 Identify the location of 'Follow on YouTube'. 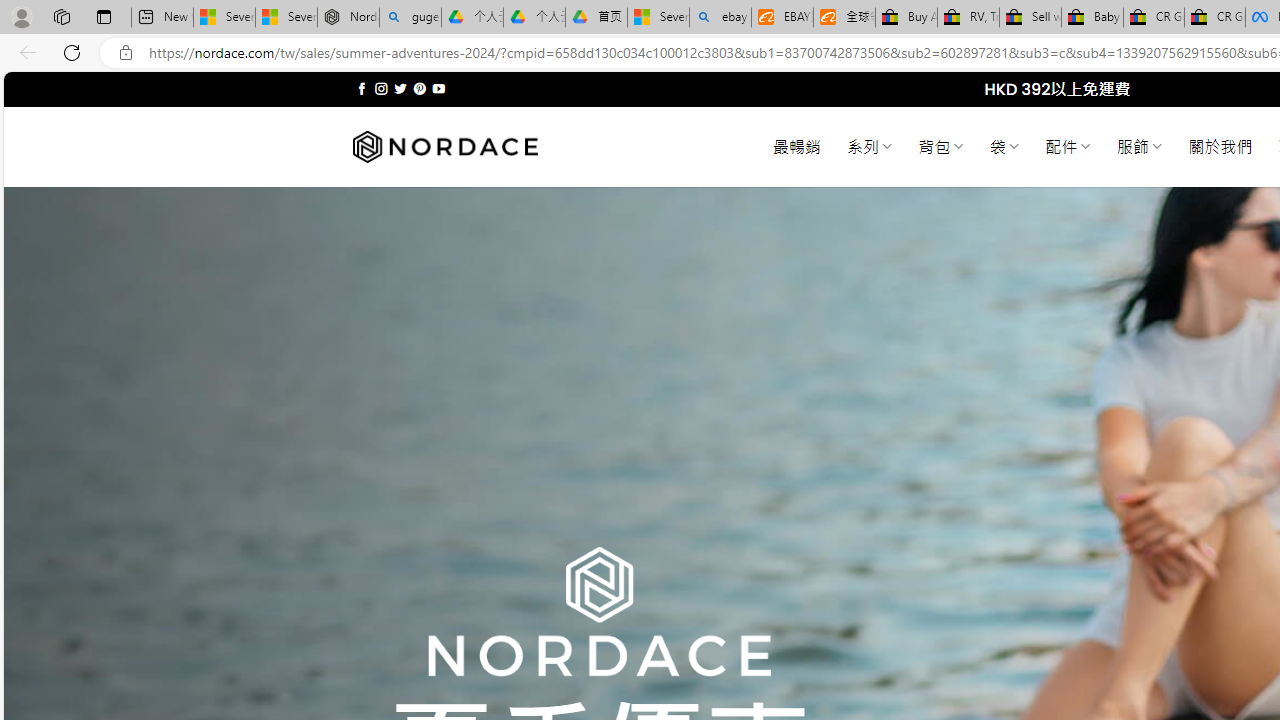
(438, 88).